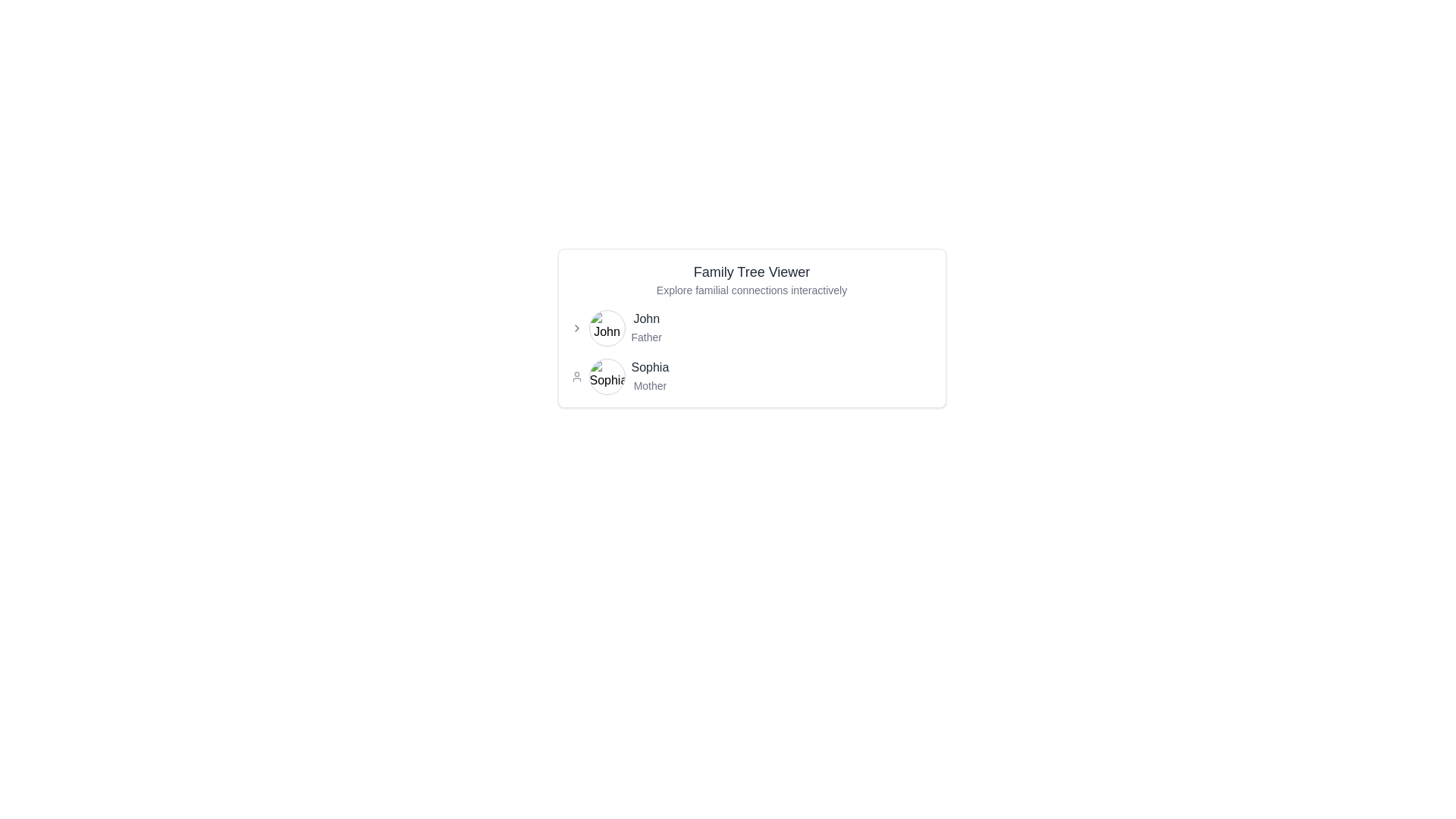 This screenshot has width=1456, height=819. I want to click on text information display showing 'John' and 'Father', which is aligned to the right of a circular profile picture in a family tree interface, so click(646, 327).